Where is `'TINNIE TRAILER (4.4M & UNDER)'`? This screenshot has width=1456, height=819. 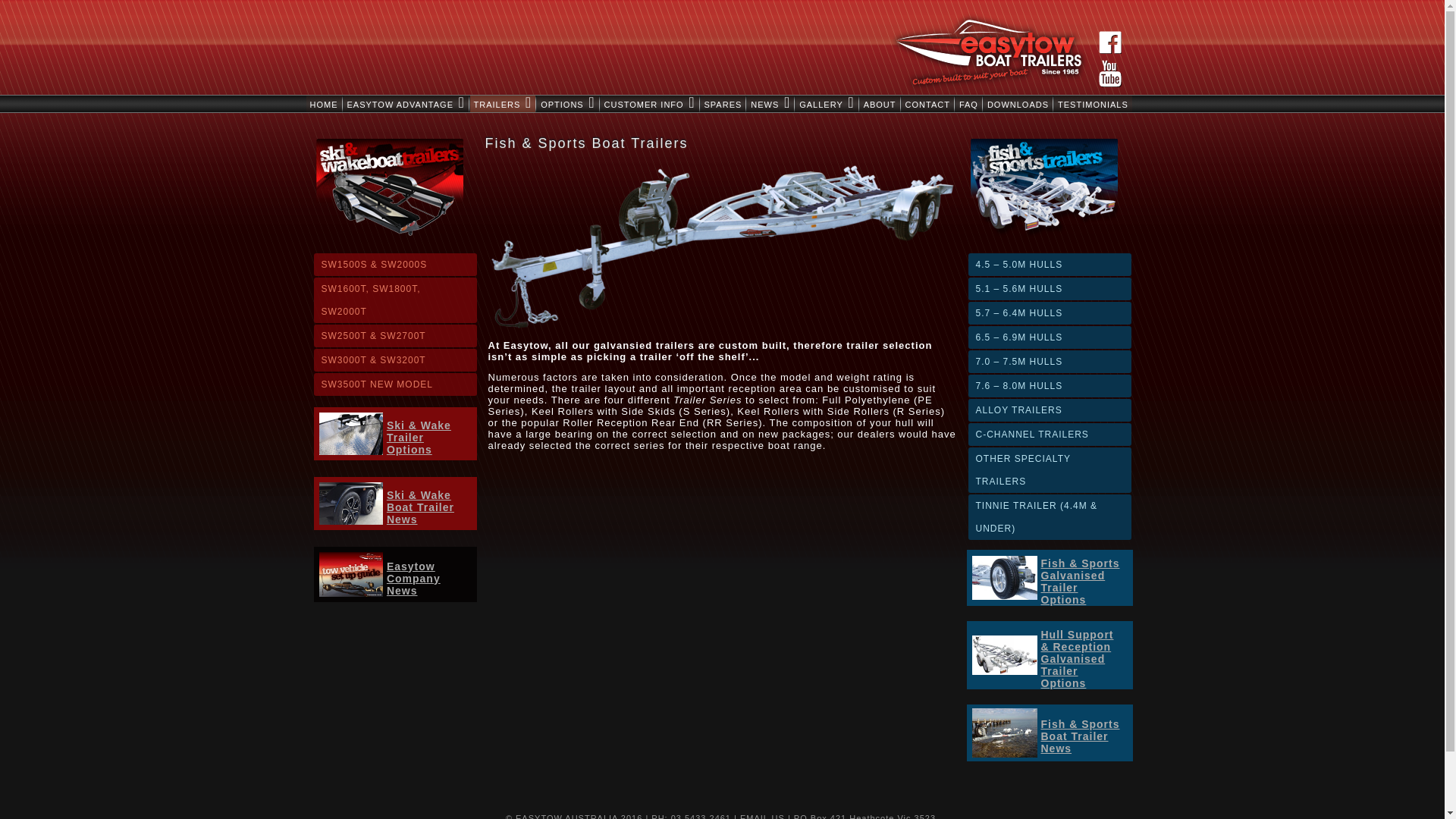 'TINNIE TRAILER (4.4M & UNDER)' is located at coordinates (1048, 516).